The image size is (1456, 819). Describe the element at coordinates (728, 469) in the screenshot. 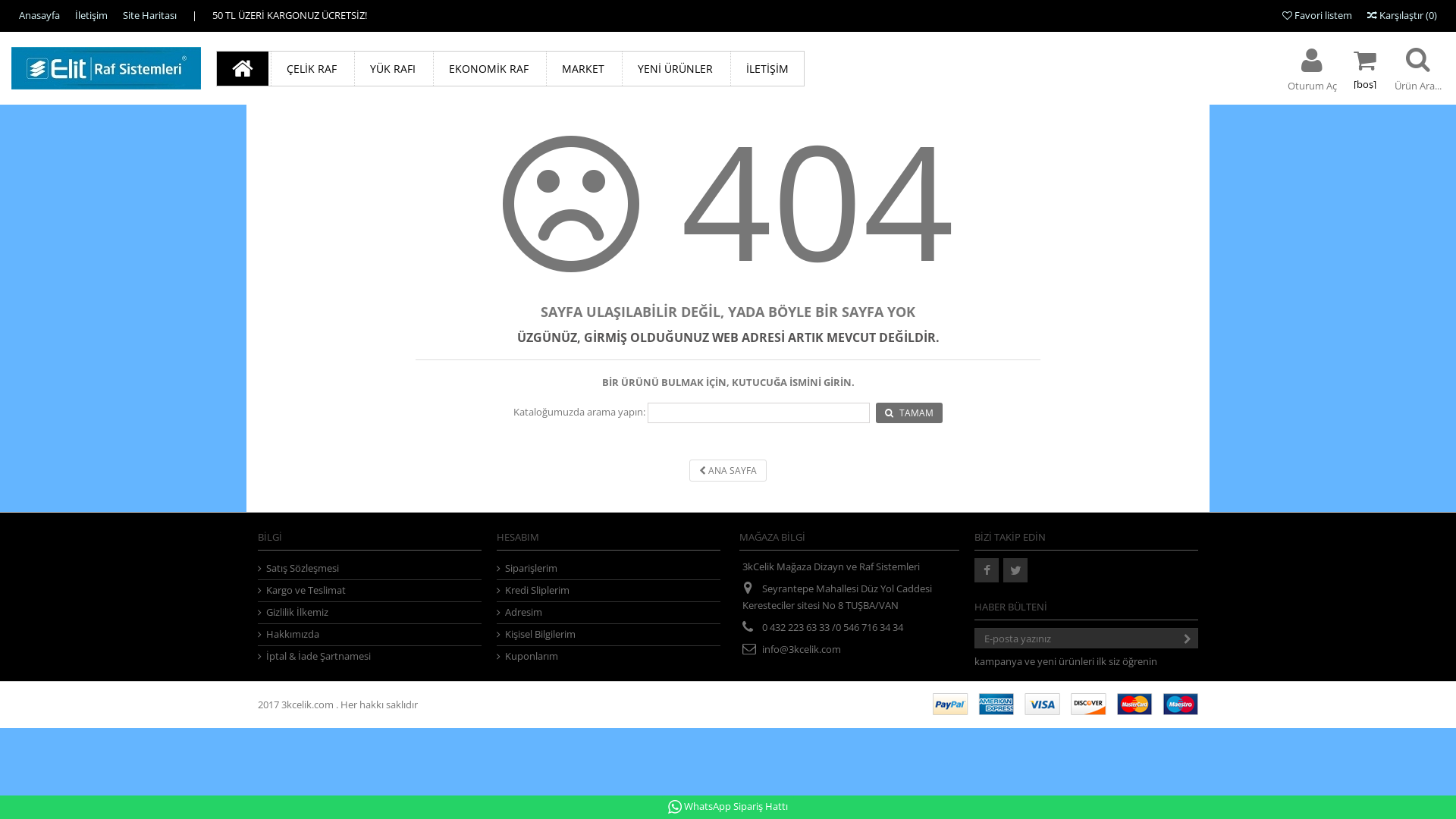

I see `'ANA SAYFA'` at that location.